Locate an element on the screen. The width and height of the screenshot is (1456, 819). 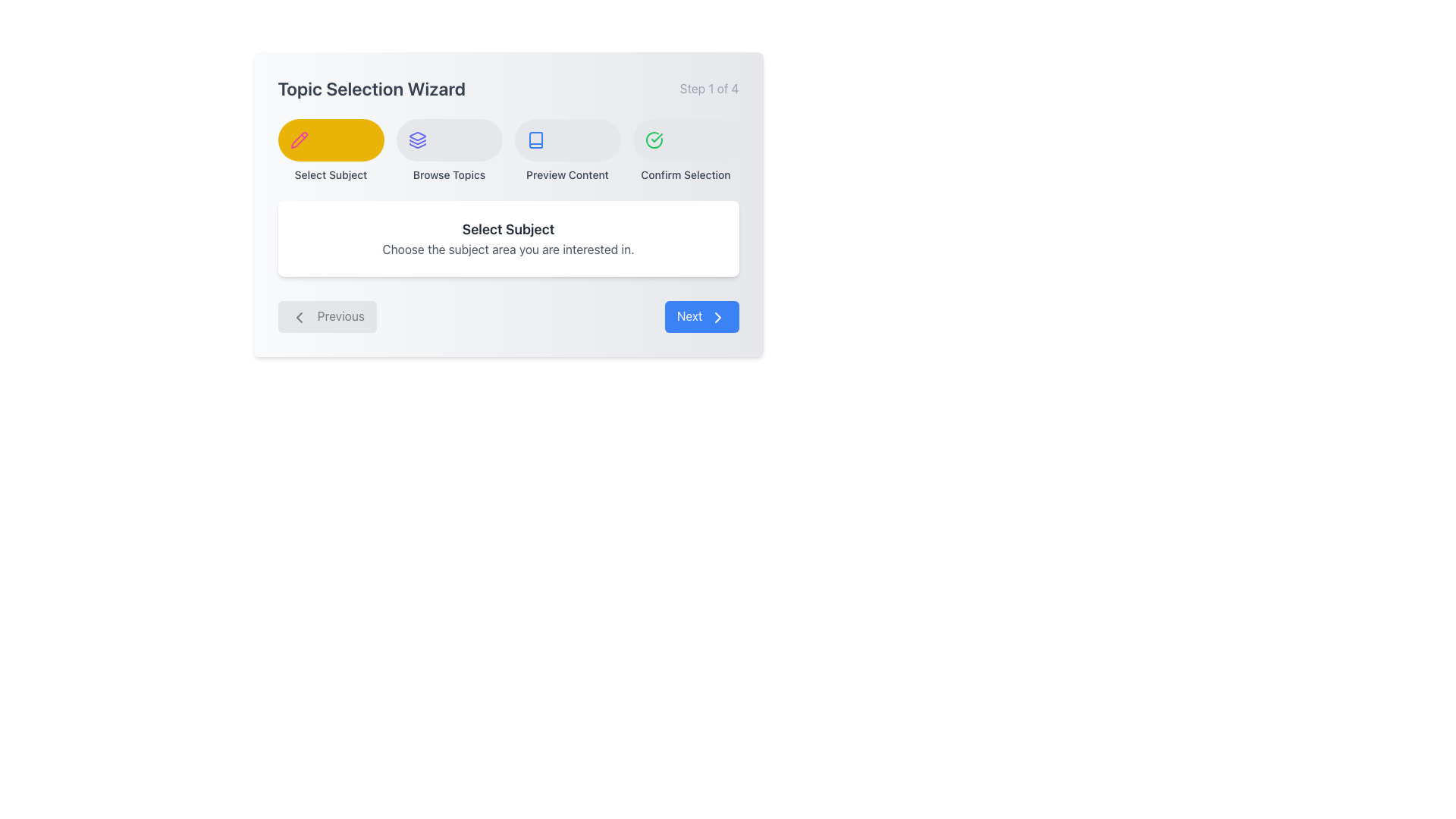
the text label for the third tab in the navigation interface, which is centered horizontally below a rounded icon and SVG elements is located at coordinates (566, 174).